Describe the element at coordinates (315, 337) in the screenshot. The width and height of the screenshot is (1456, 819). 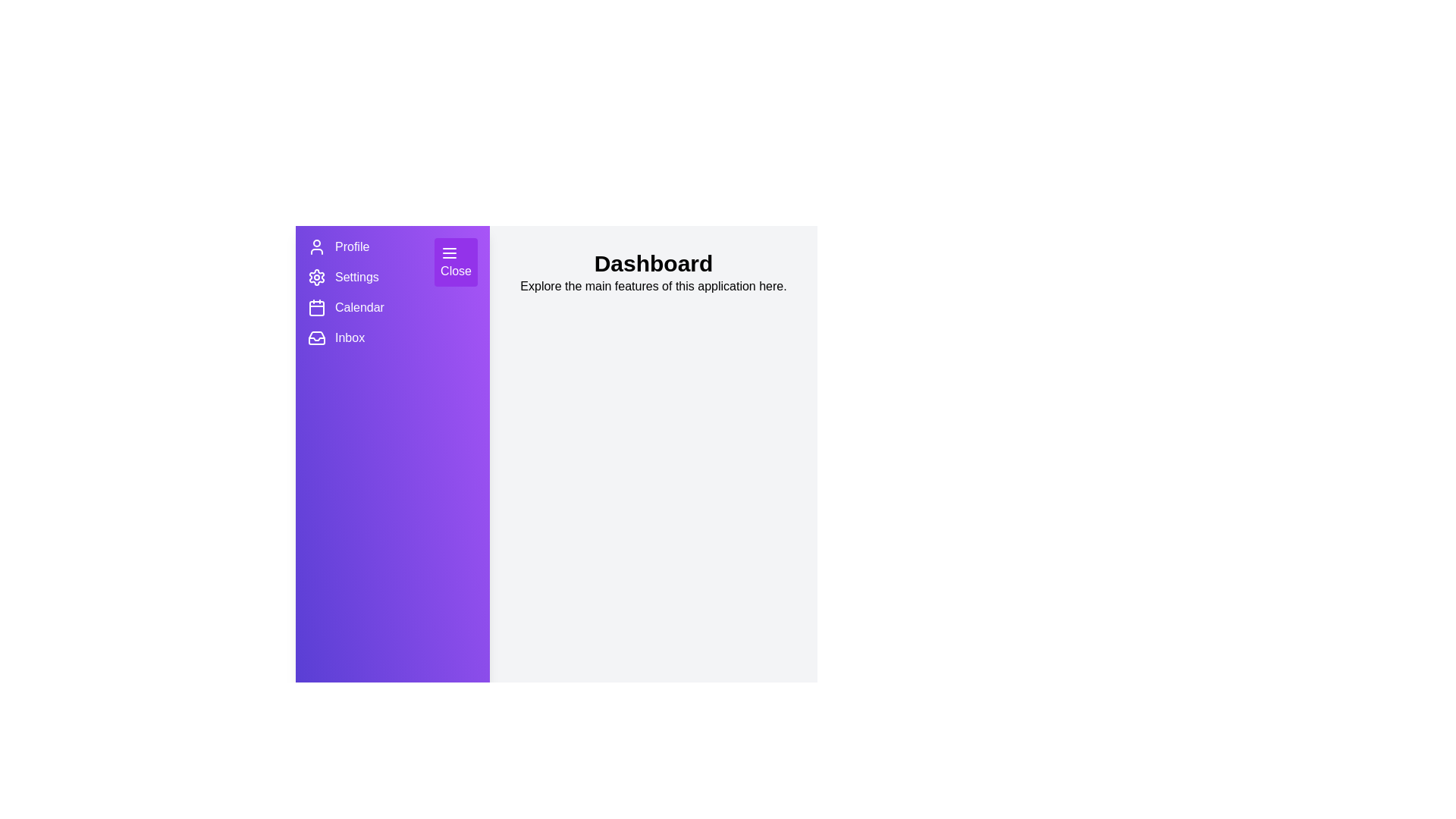
I see `the menu item Inbox` at that location.